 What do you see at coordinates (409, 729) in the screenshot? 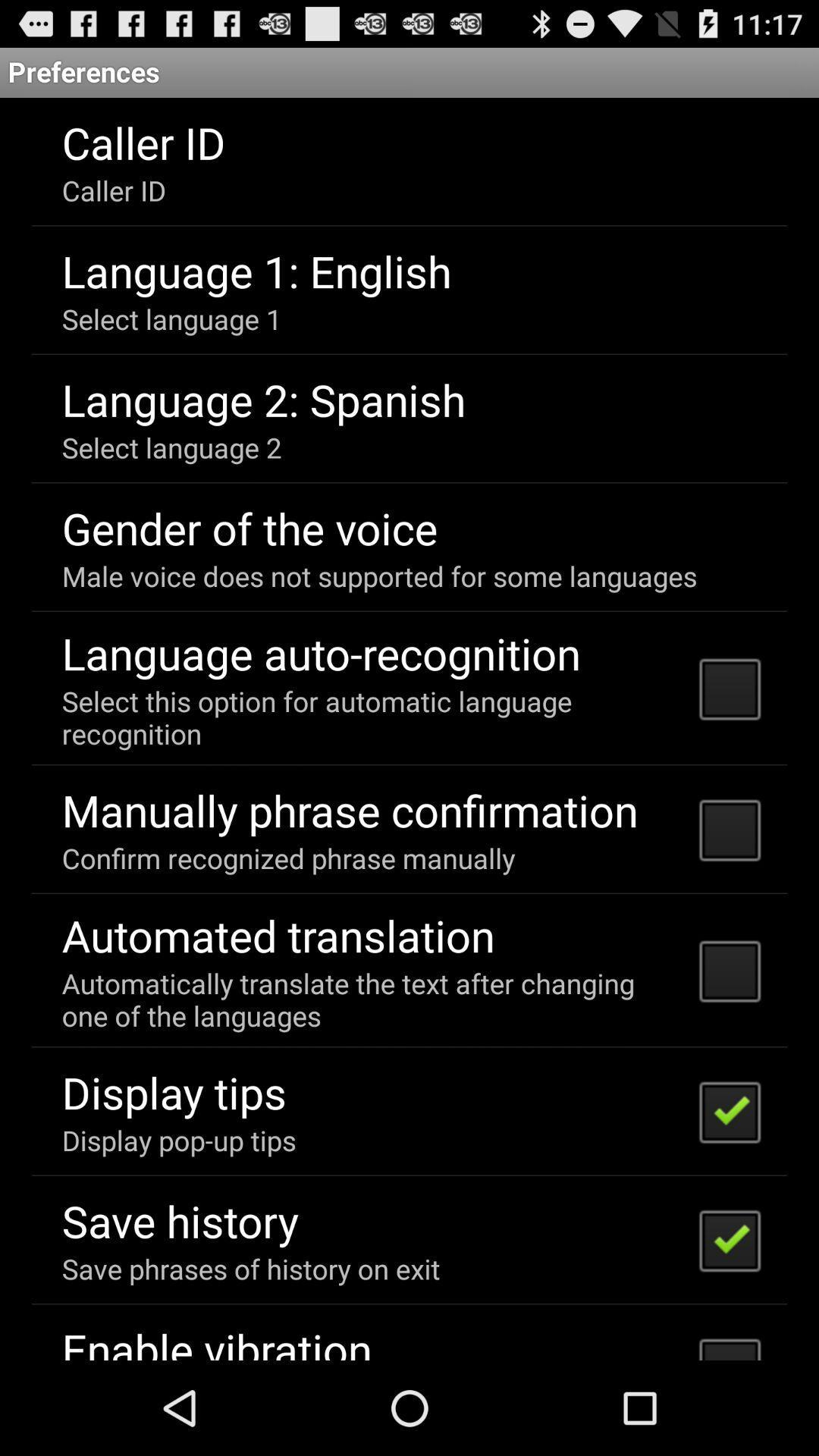
I see `main menu` at bounding box center [409, 729].